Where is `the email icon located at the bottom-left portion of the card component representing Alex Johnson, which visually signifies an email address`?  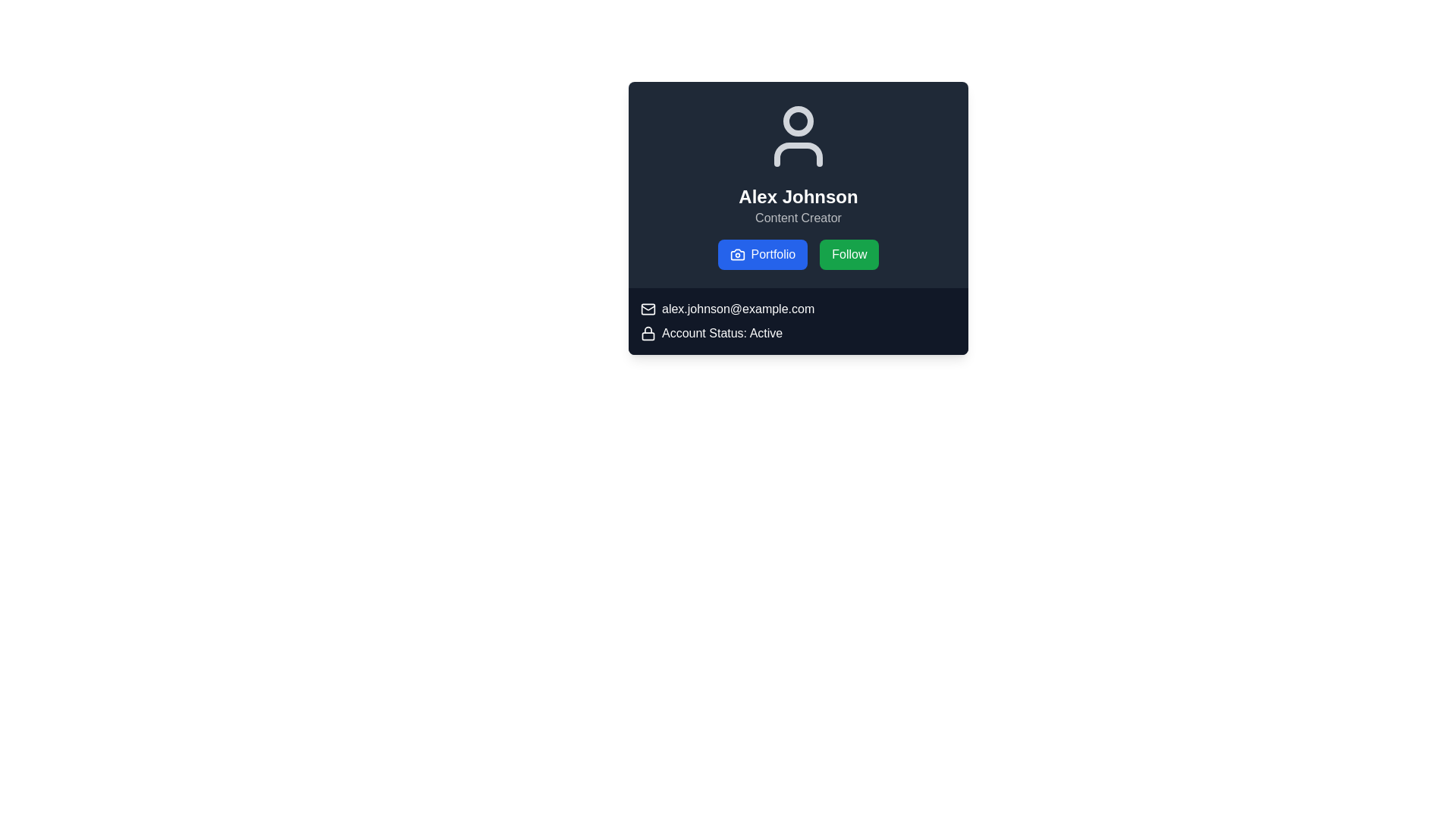
the email icon located at the bottom-left portion of the card component representing Alex Johnson, which visually signifies an email address is located at coordinates (648, 309).